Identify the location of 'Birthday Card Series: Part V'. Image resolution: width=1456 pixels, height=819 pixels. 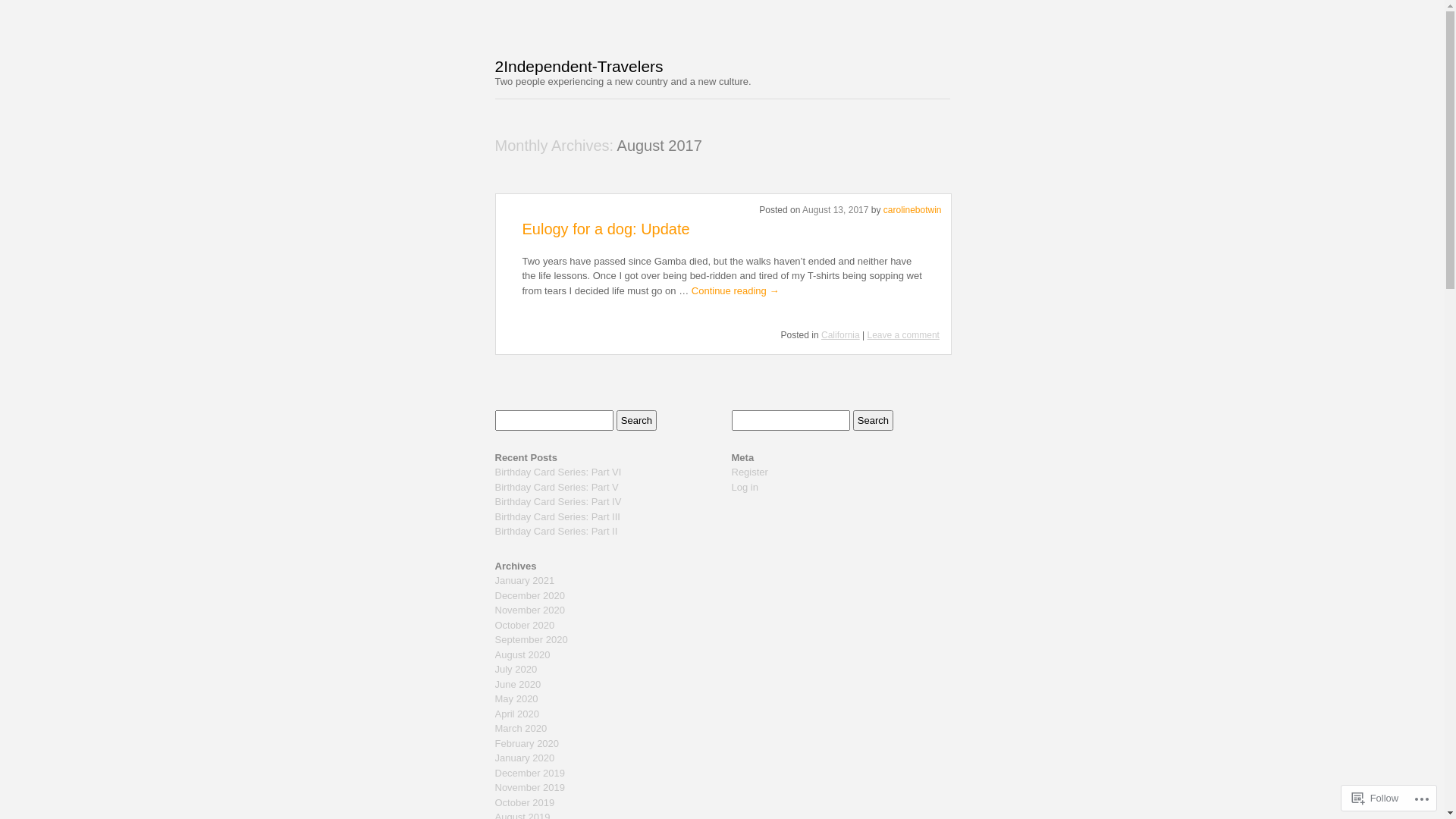
(555, 487).